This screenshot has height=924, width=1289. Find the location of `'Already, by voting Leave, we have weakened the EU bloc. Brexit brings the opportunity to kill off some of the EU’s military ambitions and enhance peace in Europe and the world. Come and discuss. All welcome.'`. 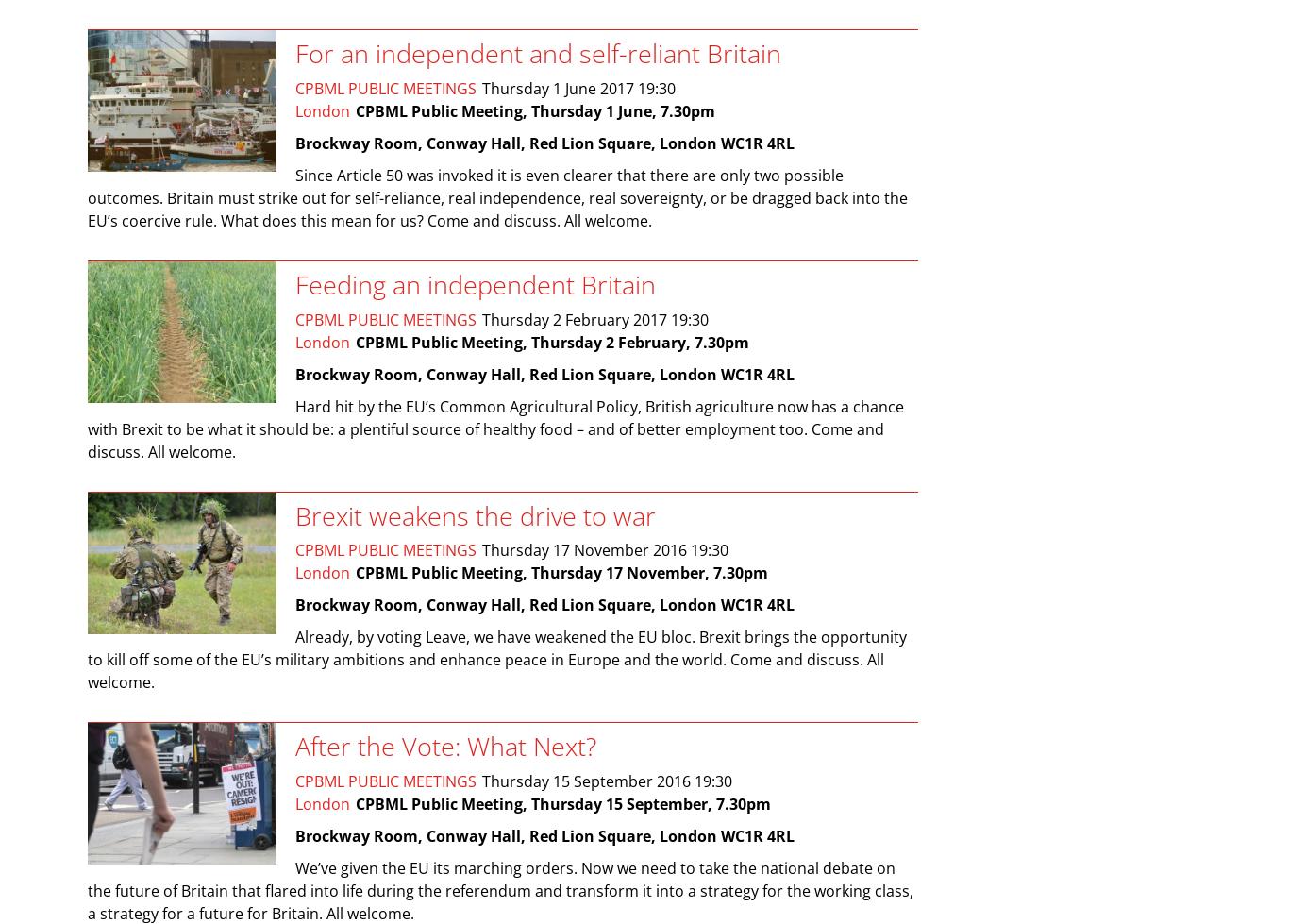

'Already, by voting Leave, we have weakened the EU bloc. Brexit brings the opportunity to kill off some of the EU’s military ambitions and enhance peace in Europe and the world. Come and discuss. All welcome.' is located at coordinates (497, 659).